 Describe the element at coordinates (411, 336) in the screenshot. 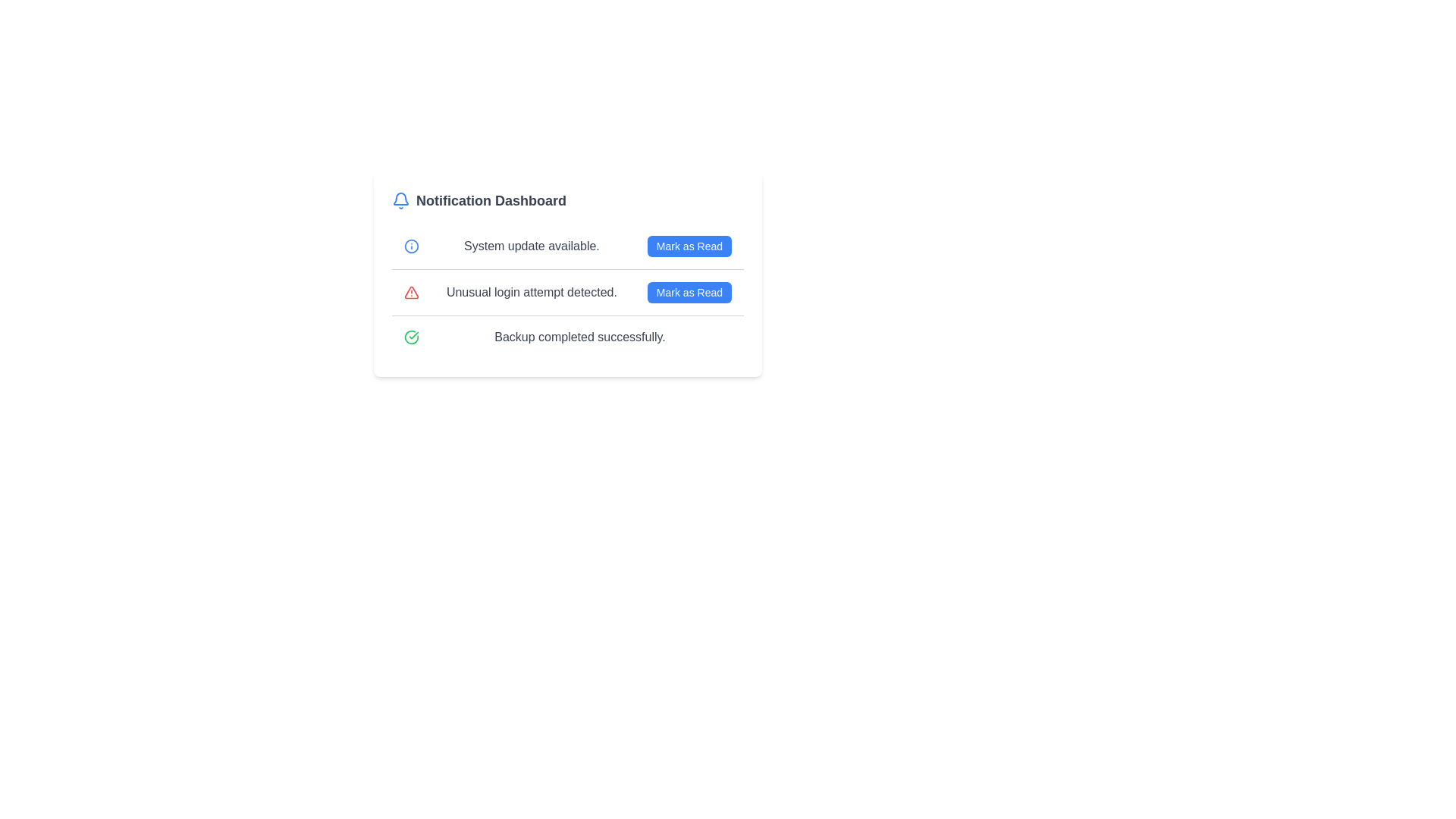

I see `the circular vector graphic with a bold stroke and partial arc shape, styled in green, located in the bottom-left of the 'Backup completed successfully.' notification row` at that location.